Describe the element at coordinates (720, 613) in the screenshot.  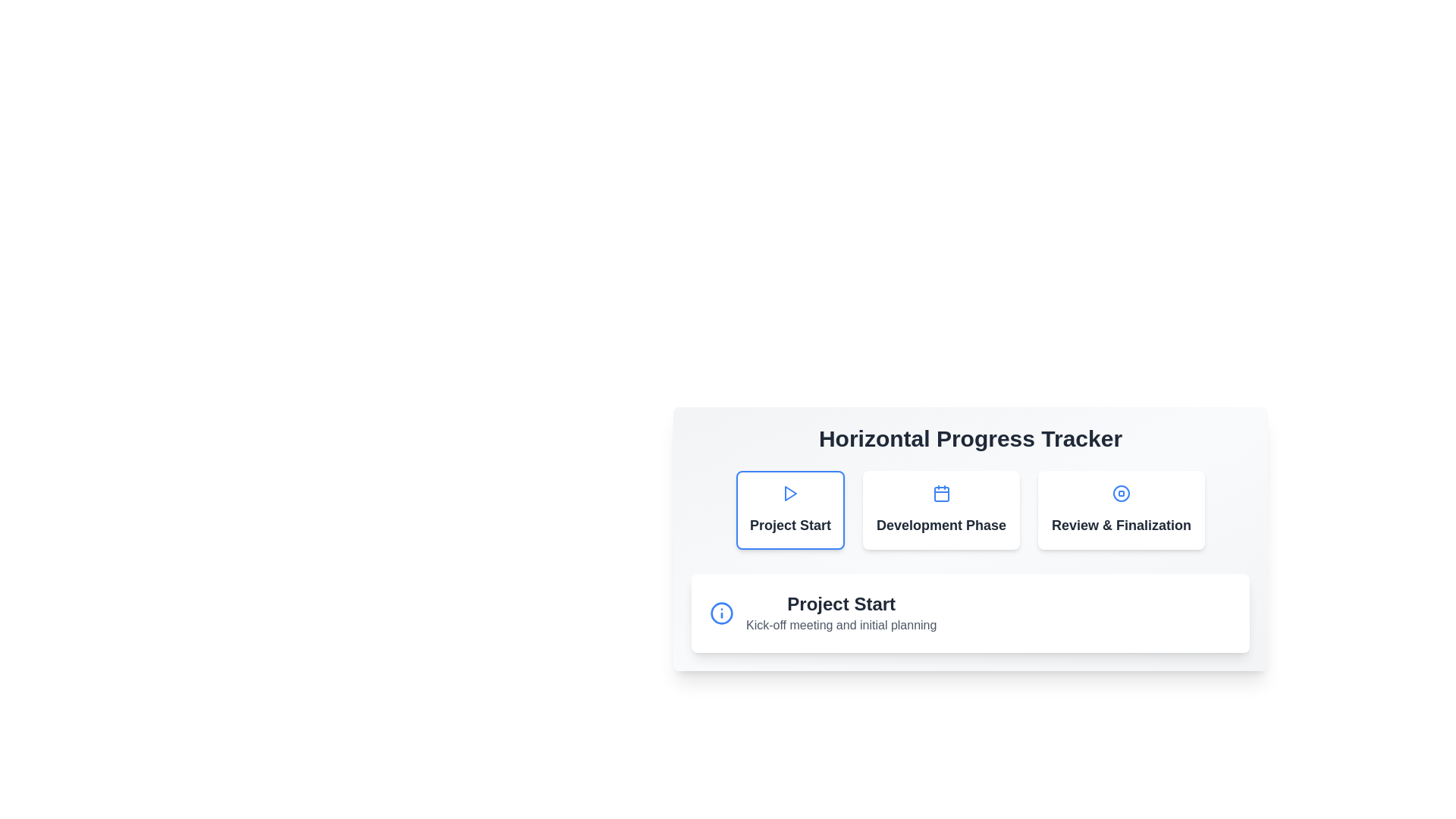
I see `the informational icon located to the far left of the 'Project Start' and 'Kick-off meeting and initial planning' text block` at that location.